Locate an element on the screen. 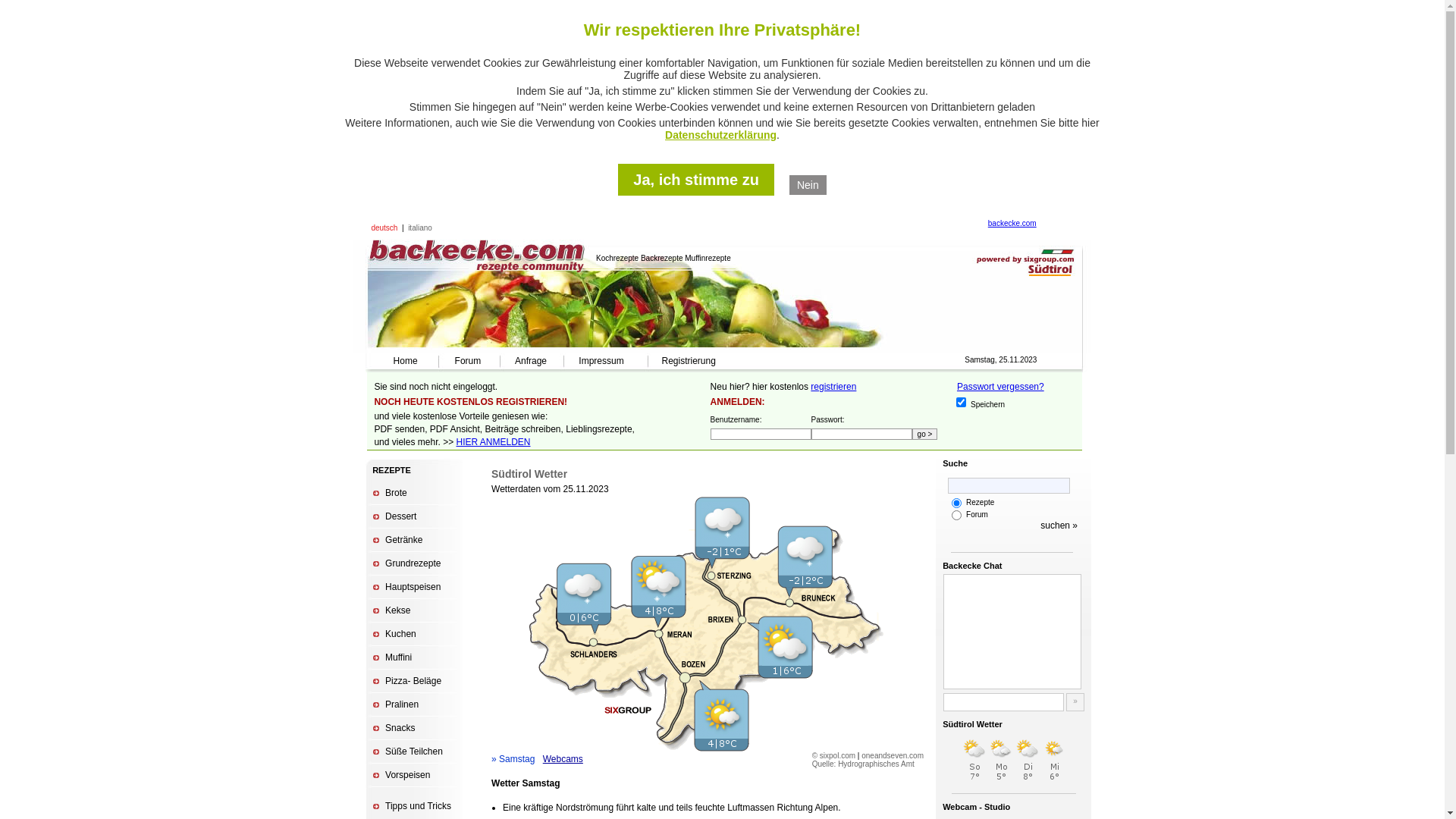  'Registrierung' is located at coordinates (661, 360).